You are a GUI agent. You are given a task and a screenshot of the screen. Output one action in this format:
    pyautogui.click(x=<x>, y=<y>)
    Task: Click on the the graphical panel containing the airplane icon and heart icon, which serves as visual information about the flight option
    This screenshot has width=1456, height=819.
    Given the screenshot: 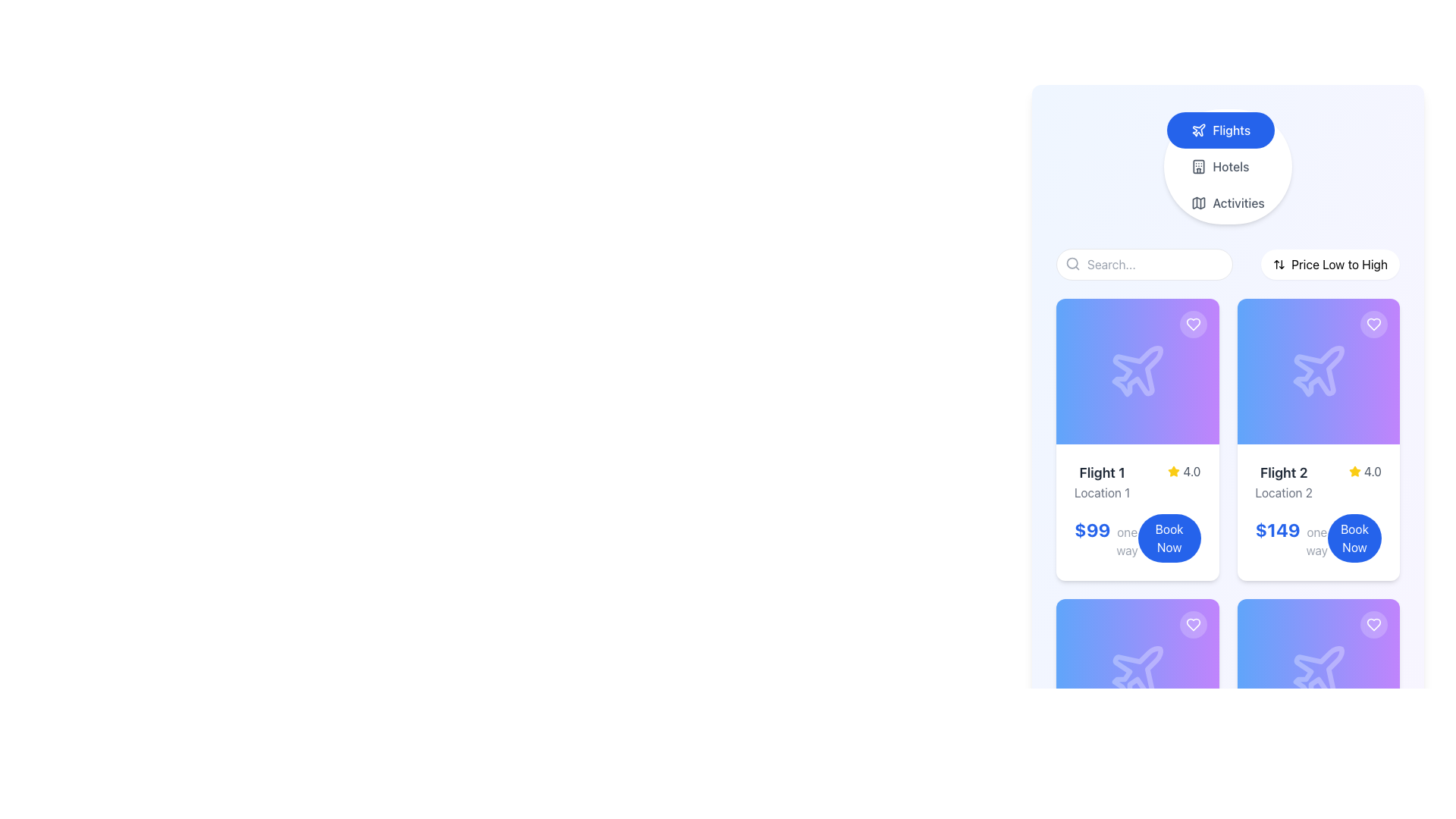 What is the action you would take?
    pyautogui.click(x=1317, y=671)
    